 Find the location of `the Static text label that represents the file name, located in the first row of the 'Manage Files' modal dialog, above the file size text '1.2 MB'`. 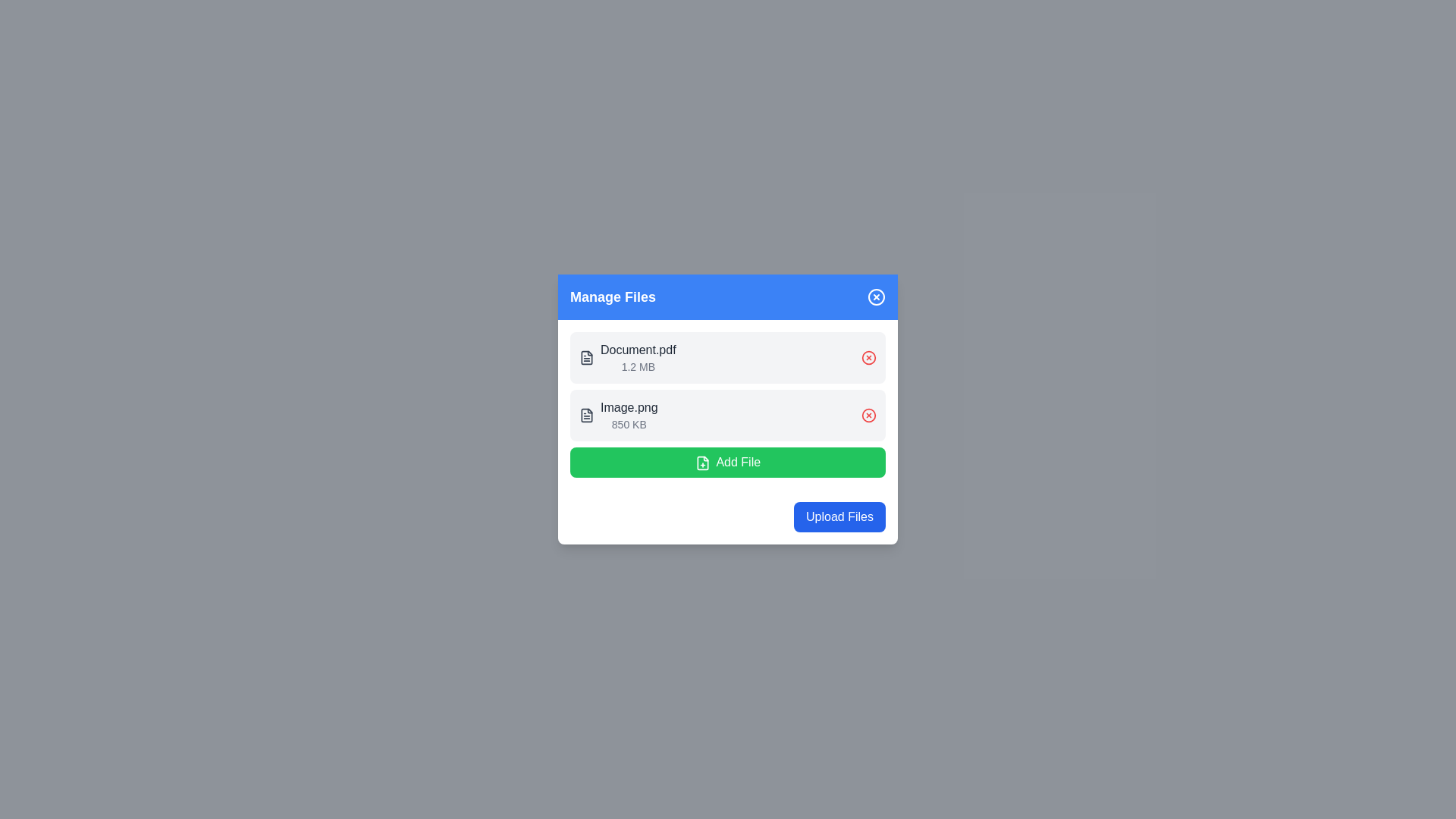

the Static text label that represents the file name, located in the first row of the 'Manage Files' modal dialog, above the file size text '1.2 MB' is located at coordinates (638, 350).